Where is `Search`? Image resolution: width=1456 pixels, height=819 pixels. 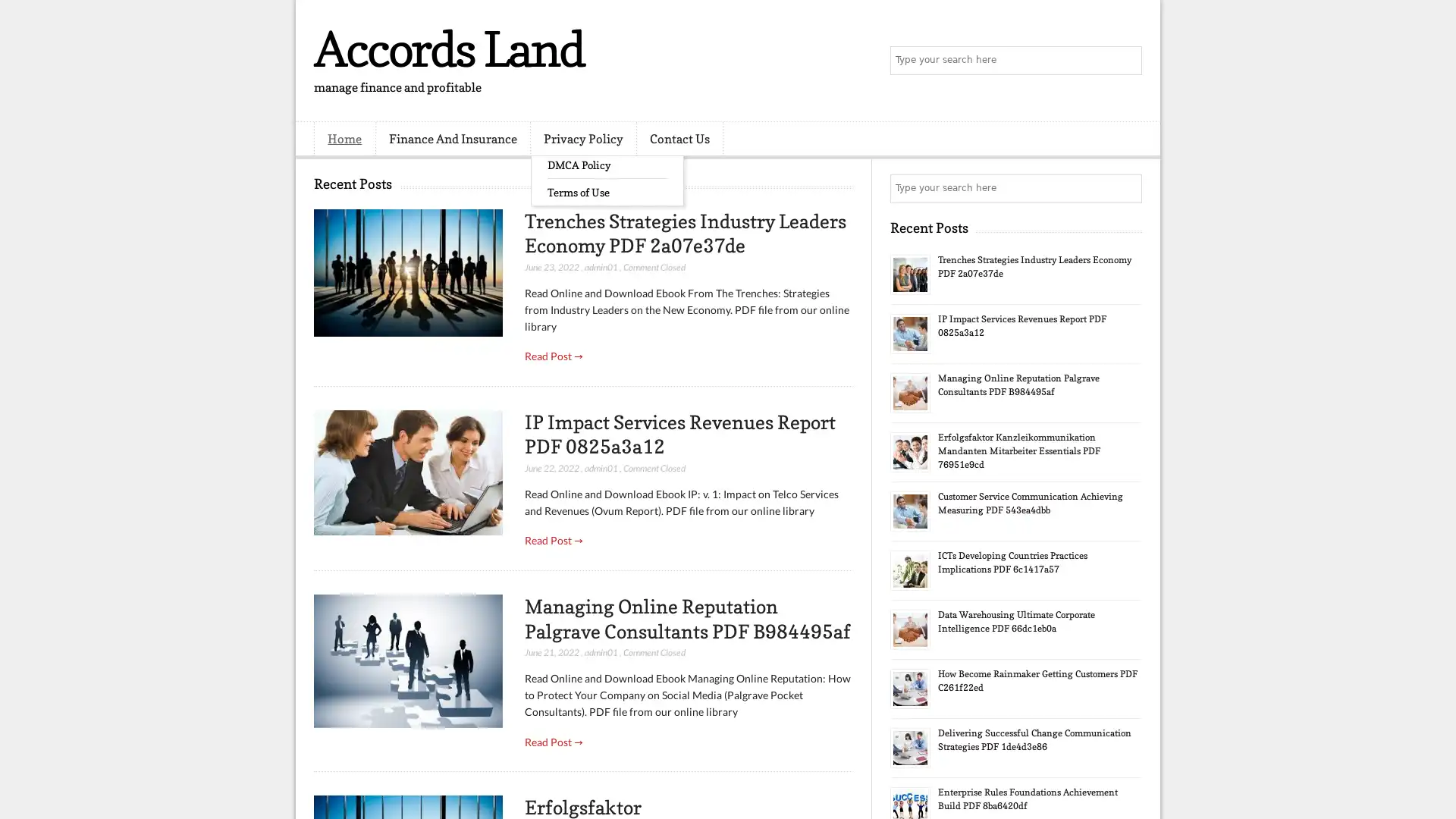
Search is located at coordinates (1126, 188).